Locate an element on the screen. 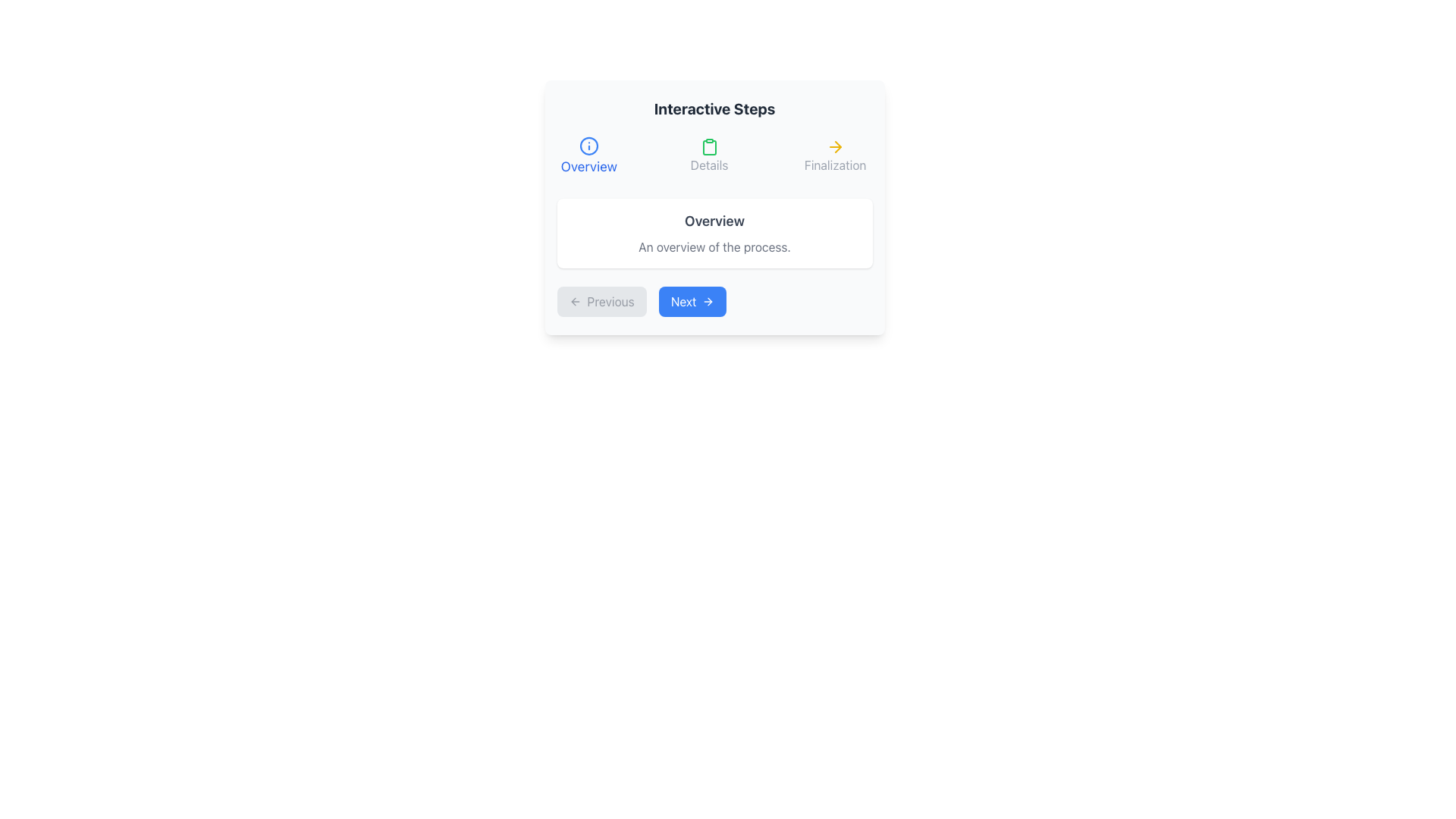 Image resolution: width=1456 pixels, height=819 pixels. the clipboard icon within the 'Details' section of the 'Interactive Steps' navigation bar, located between 'Overview' and 'Finalization' is located at coordinates (708, 146).